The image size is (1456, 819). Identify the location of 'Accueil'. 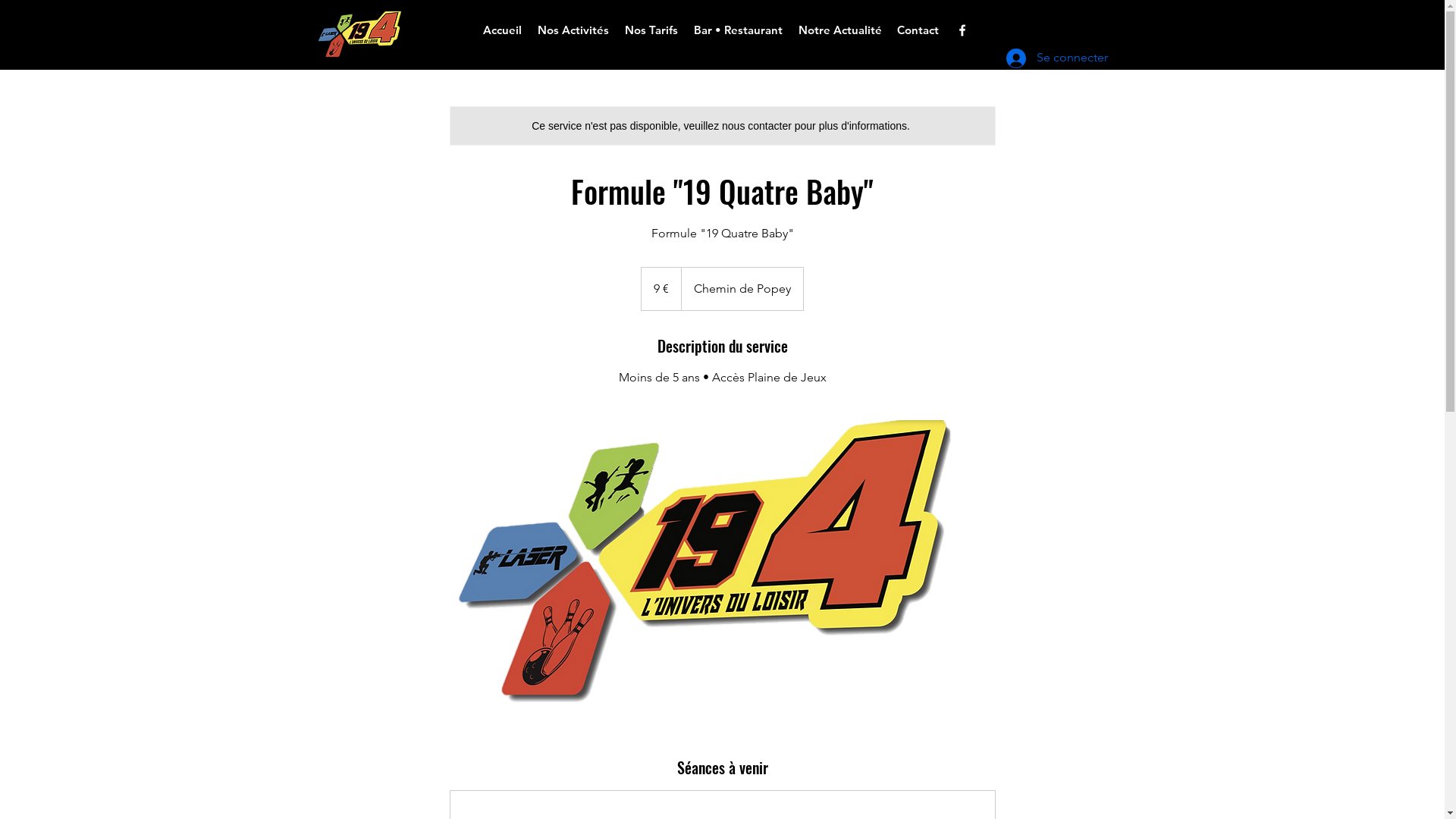
(502, 30).